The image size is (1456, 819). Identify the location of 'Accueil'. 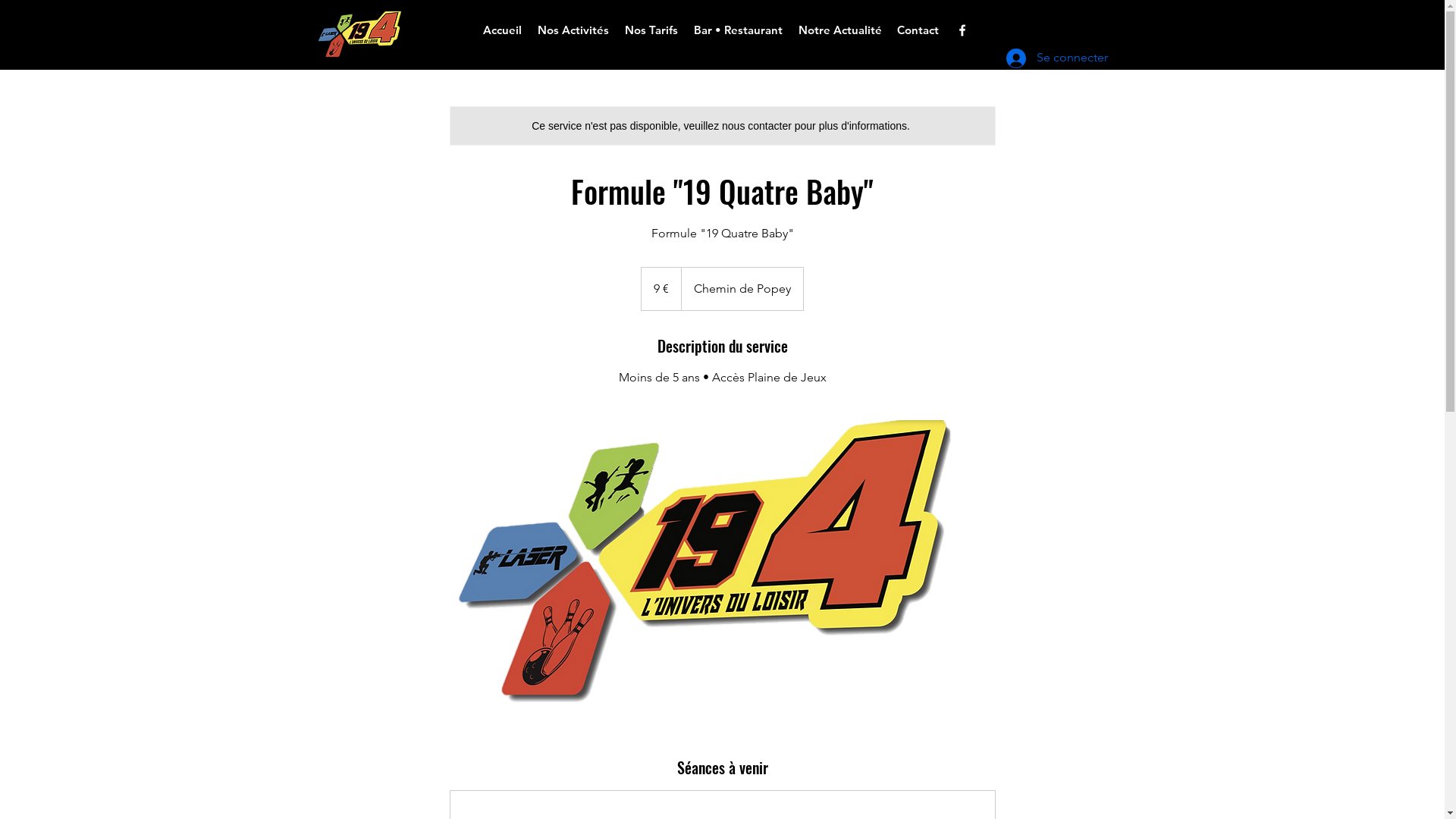
(502, 30).